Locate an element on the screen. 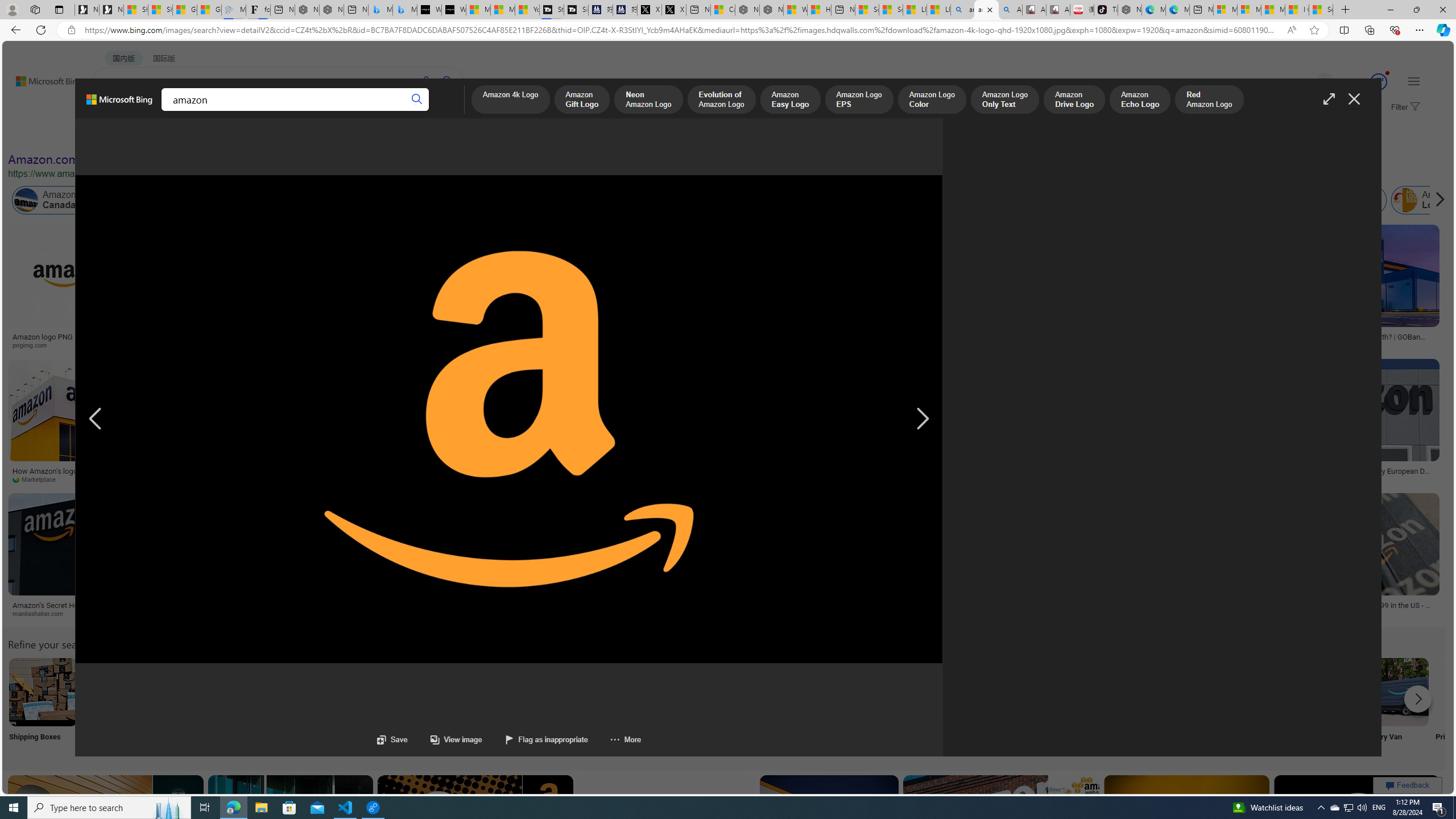 This screenshot has height=819, width=1456. 'Microsoft Rewards 141' is located at coordinates (1365, 81).